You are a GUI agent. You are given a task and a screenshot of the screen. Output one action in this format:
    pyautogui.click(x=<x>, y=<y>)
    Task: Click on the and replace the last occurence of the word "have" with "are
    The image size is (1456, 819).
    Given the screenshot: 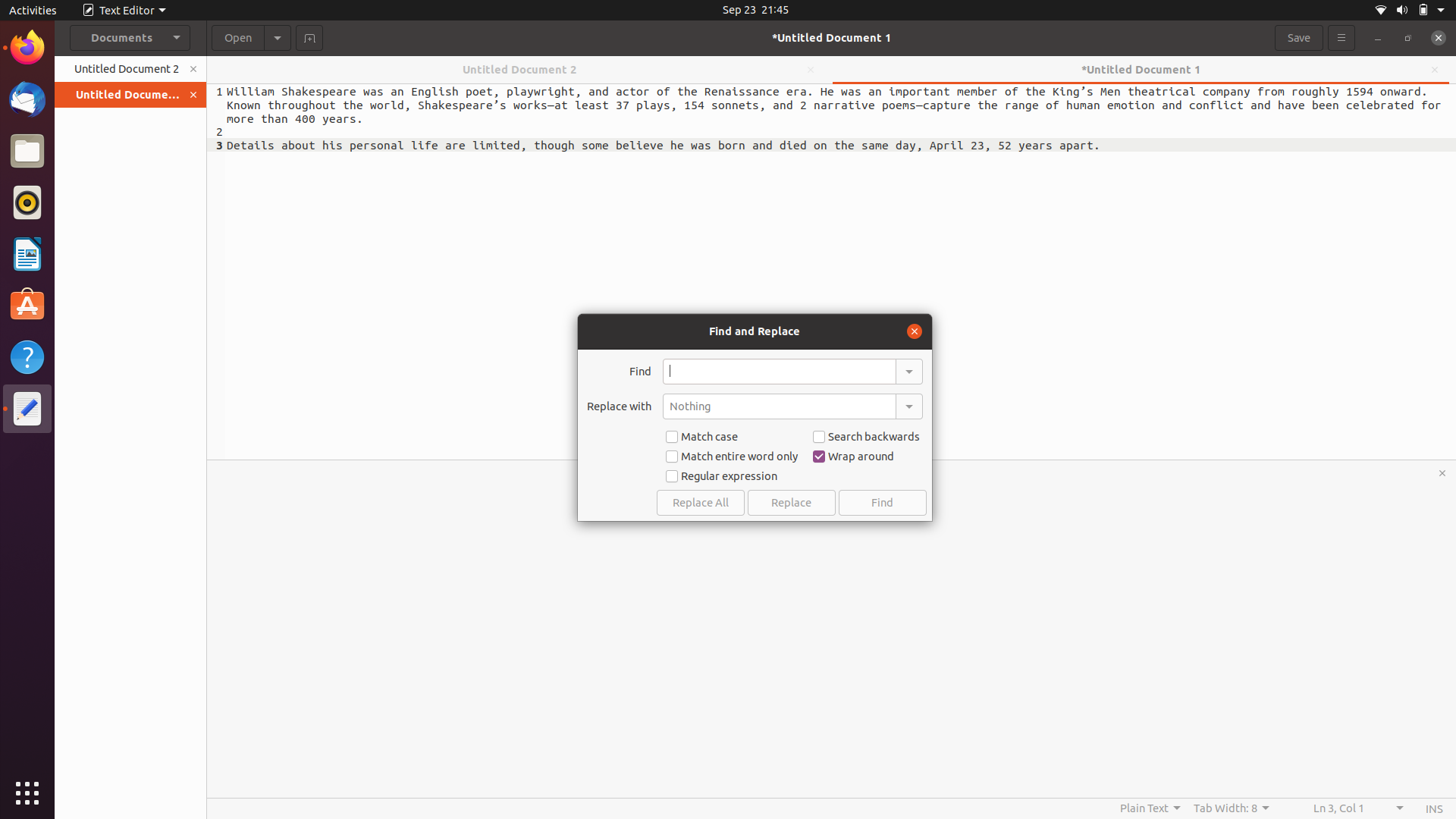 What is the action you would take?
    pyautogui.click(x=779, y=371)
    